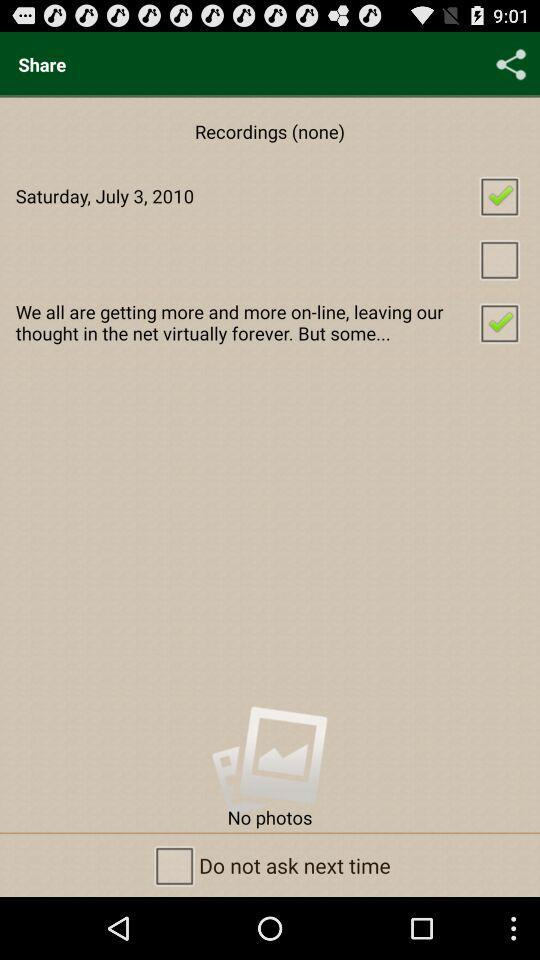 This screenshot has width=540, height=960. What do you see at coordinates (511, 64) in the screenshot?
I see `switch share` at bounding box center [511, 64].